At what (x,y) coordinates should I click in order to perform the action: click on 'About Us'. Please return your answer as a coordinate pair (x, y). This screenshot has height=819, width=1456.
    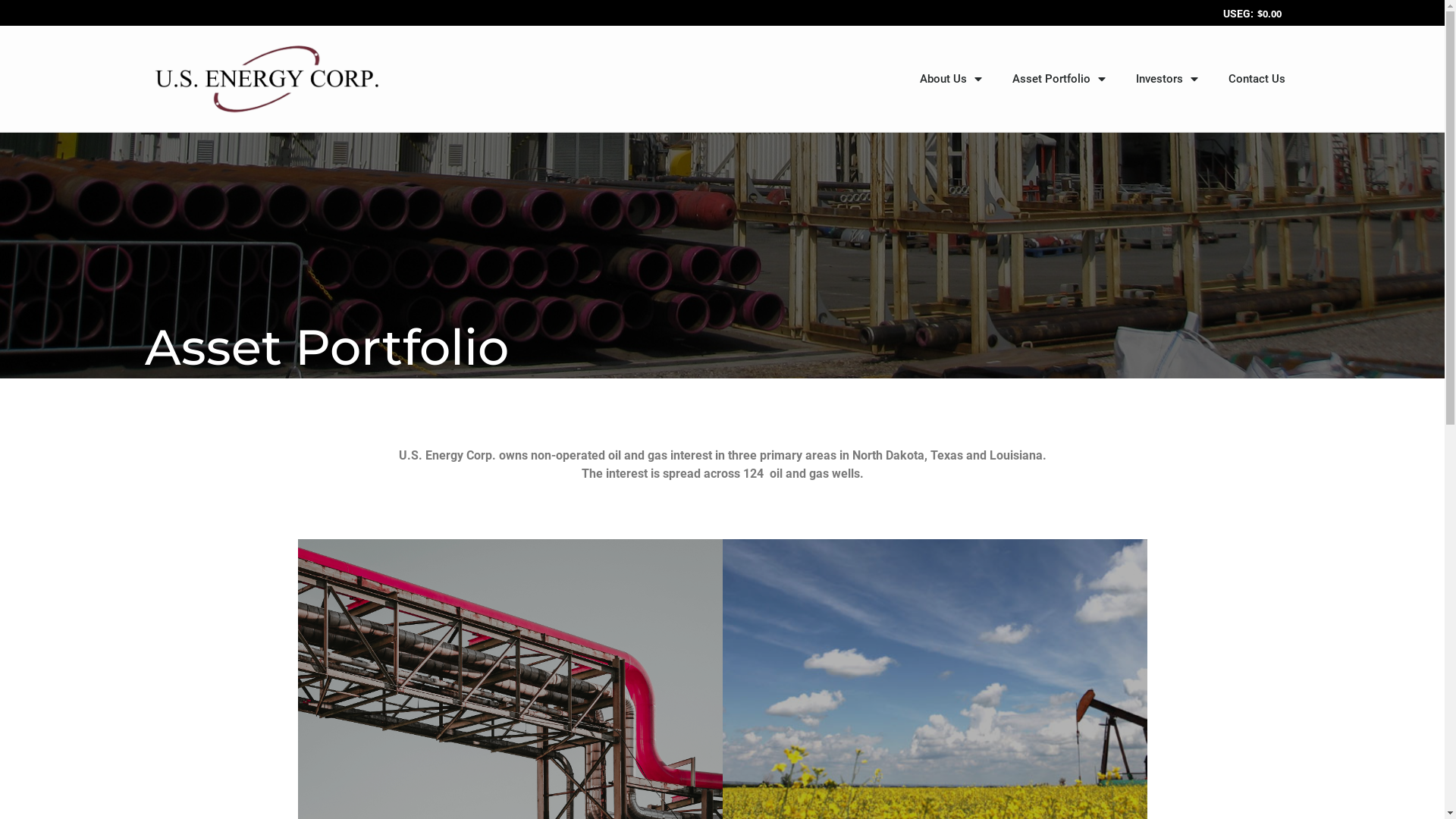
    Looking at the image, I should click on (949, 79).